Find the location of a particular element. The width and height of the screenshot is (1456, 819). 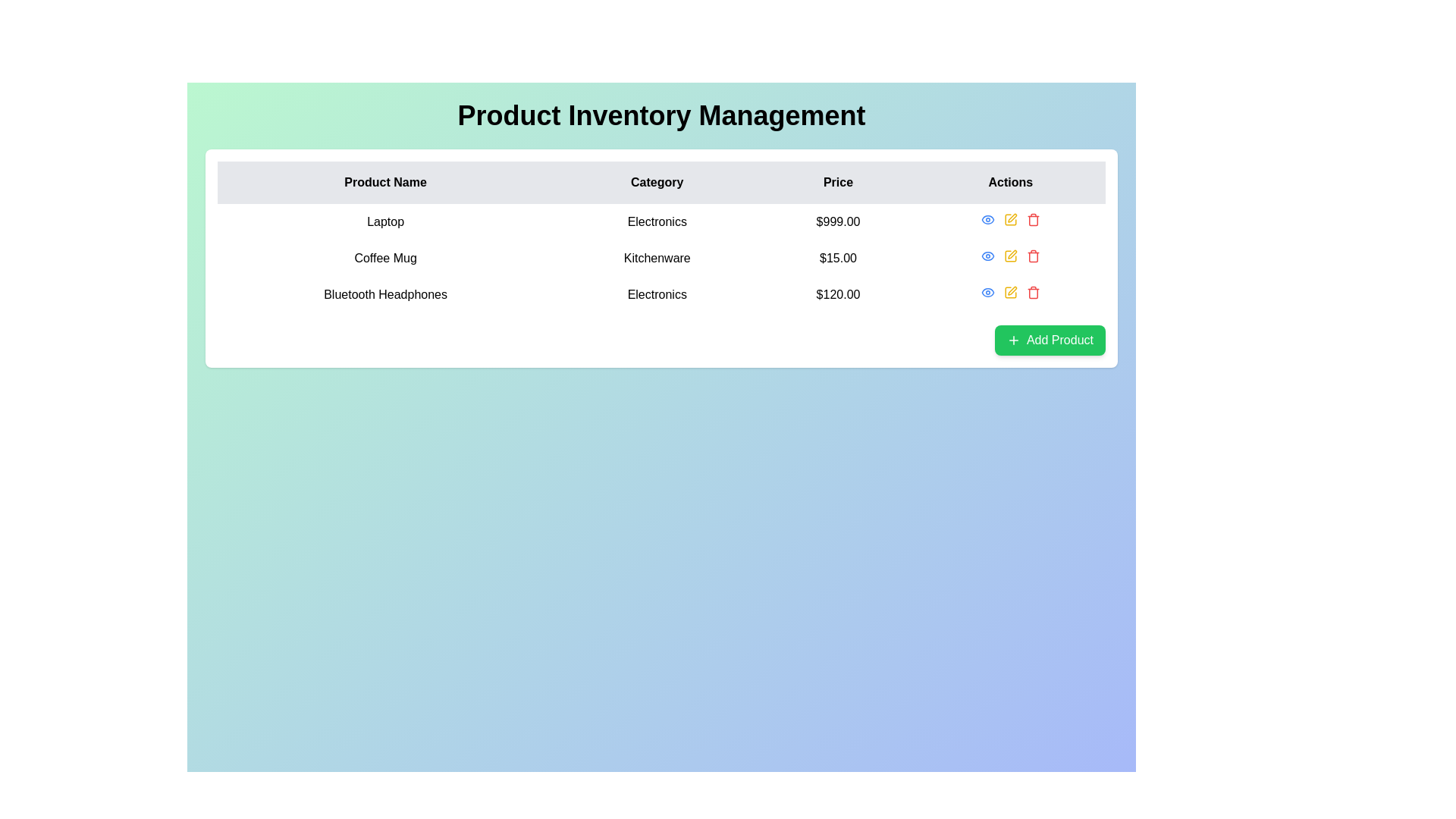

the trash or delete icon button in the 'Actions' column of the second row in the table, adjacent to 'Coffee Mug', to initiate a delete action is located at coordinates (1032, 256).